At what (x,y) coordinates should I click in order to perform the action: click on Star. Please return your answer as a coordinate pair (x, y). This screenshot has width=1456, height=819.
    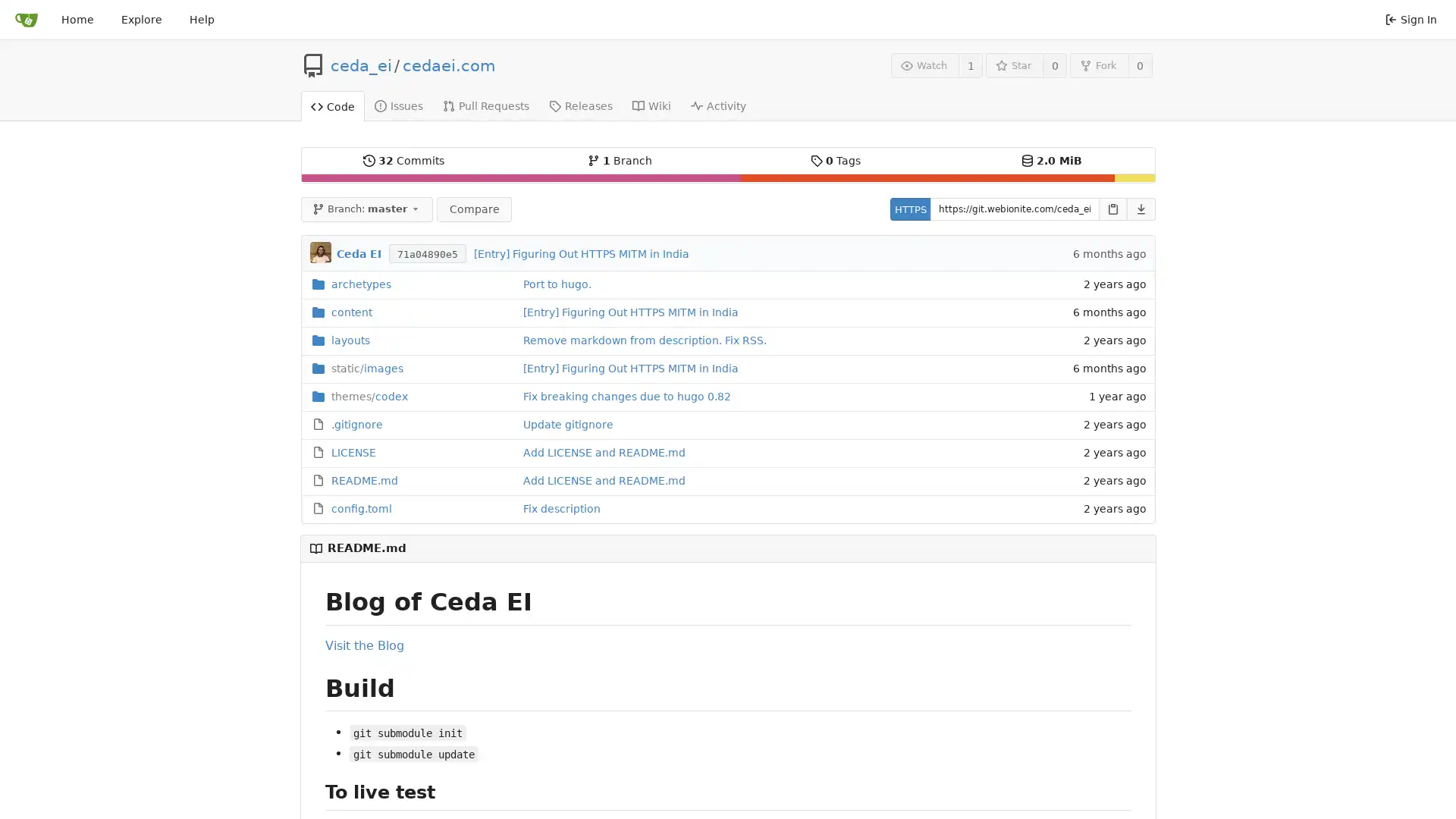
    Looking at the image, I should click on (1014, 64).